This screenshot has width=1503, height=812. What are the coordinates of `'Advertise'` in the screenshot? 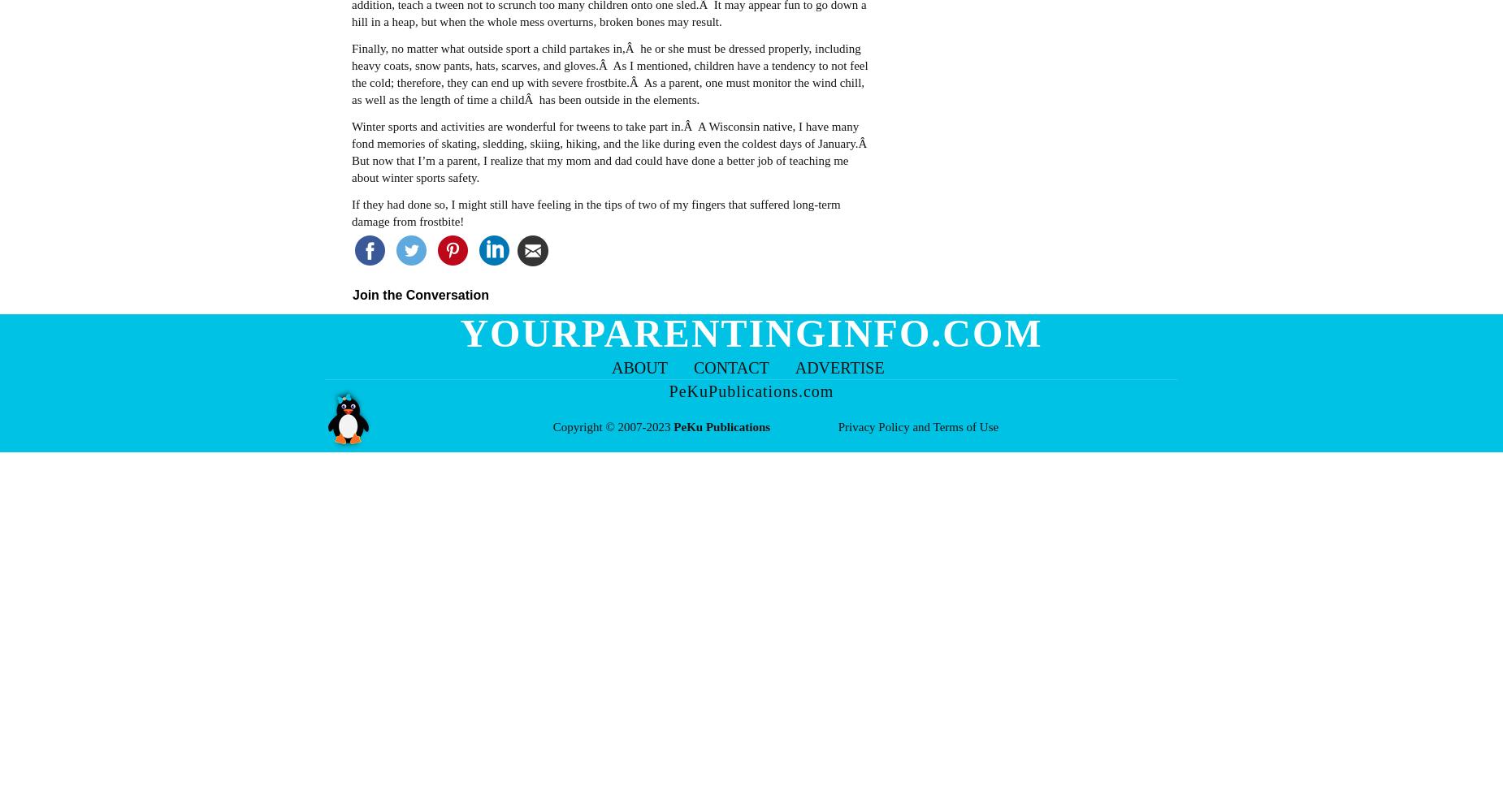 It's located at (838, 367).